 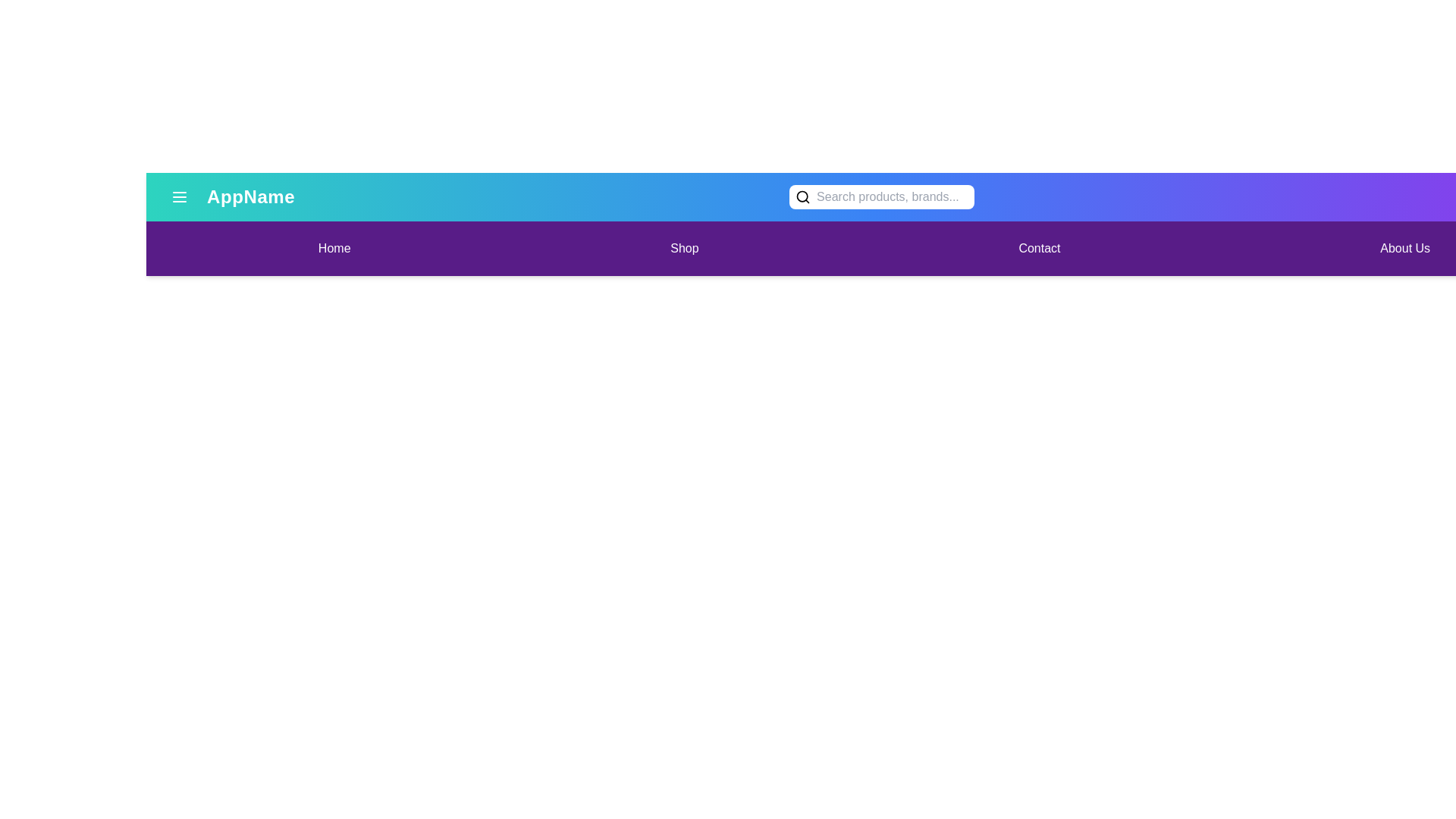 I want to click on the 'Contact' button-like navigation link in the horizontal navigation bar to change its background color, so click(x=1038, y=247).